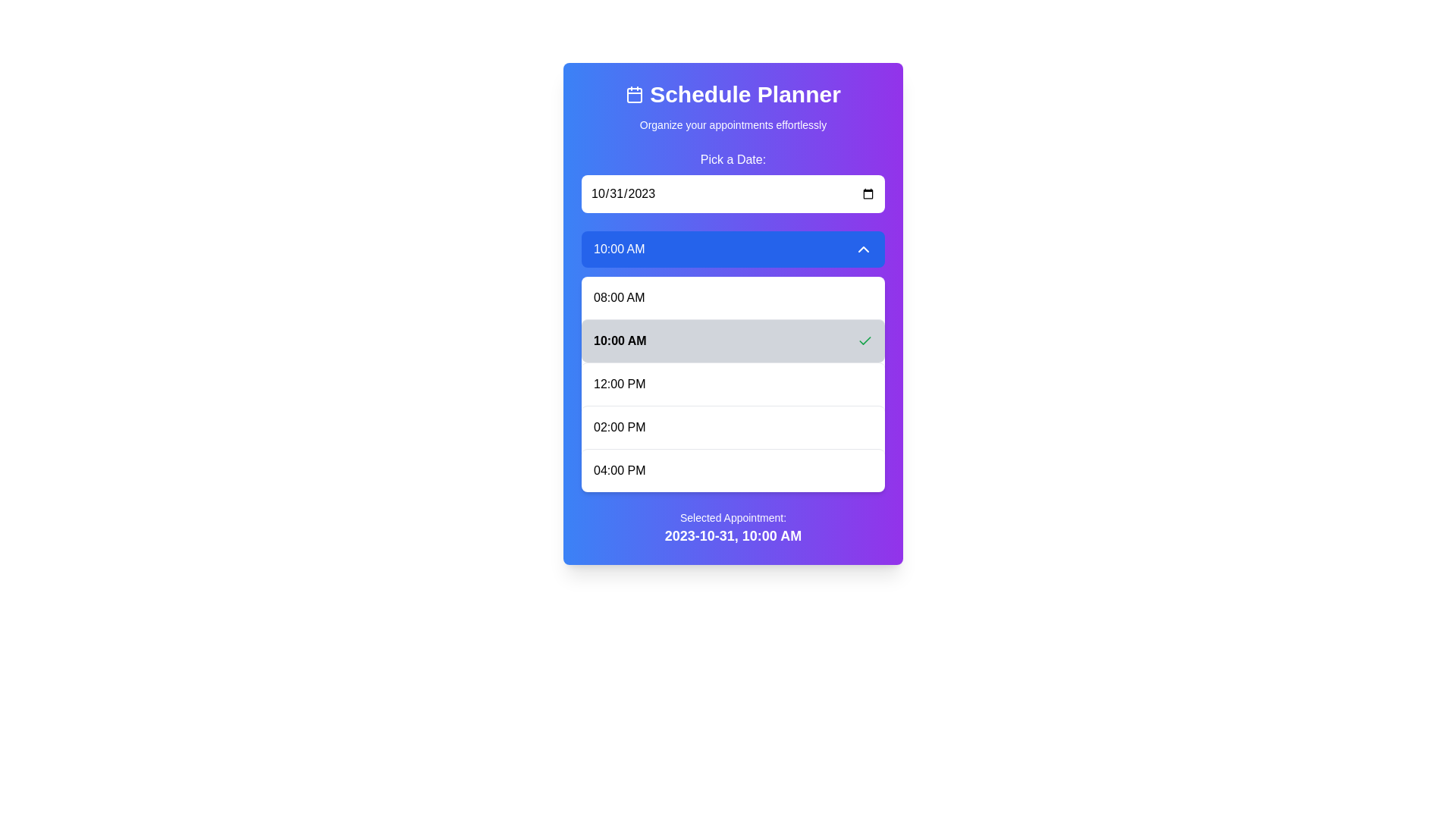 Image resolution: width=1456 pixels, height=819 pixels. What do you see at coordinates (733, 362) in the screenshot?
I see `the menu option that indicates the selected appointment time of '10:00 AM' in the dropdown menu` at bounding box center [733, 362].